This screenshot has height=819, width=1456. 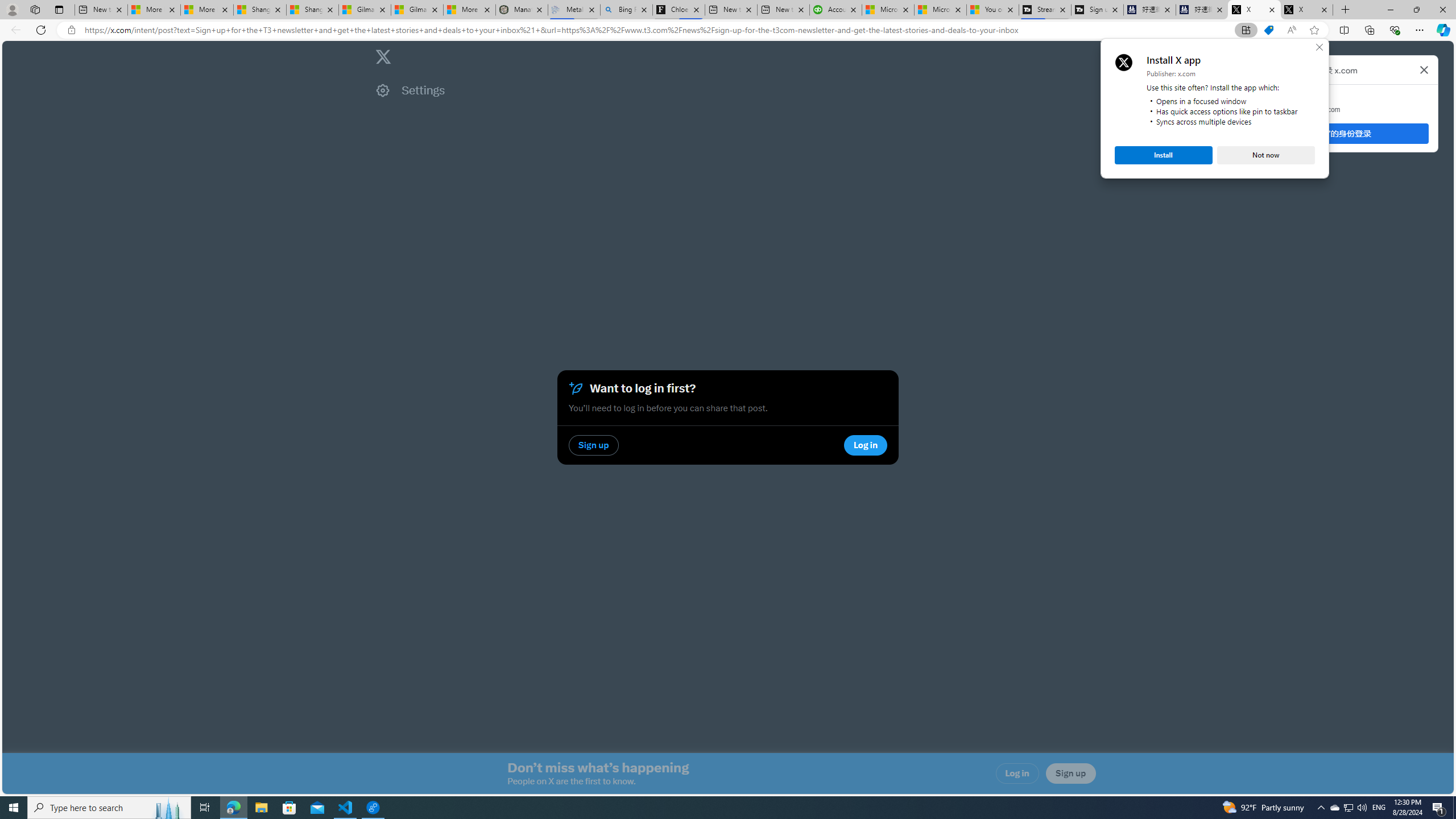 What do you see at coordinates (1347, 806) in the screenshot?
I see `'User Promoted Notification Area'` at bounding box center [1347, 806].